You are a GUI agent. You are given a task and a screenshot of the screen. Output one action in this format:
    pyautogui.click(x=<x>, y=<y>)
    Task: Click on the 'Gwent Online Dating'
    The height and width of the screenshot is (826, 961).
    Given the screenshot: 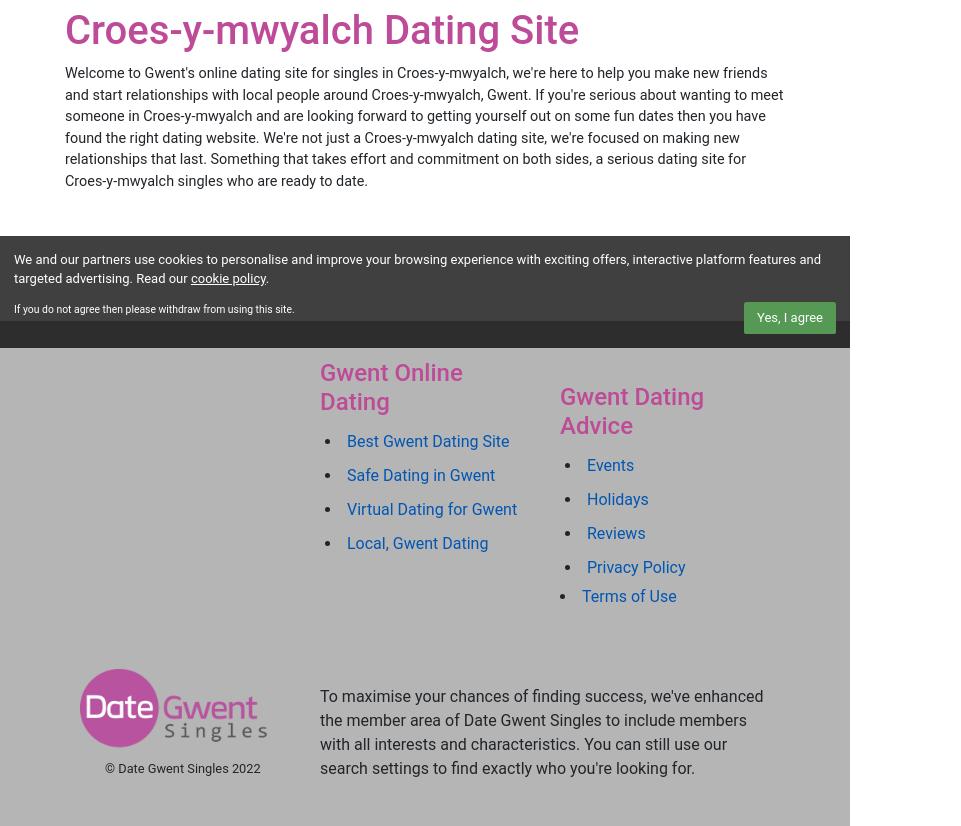 What is the action you would take?
    pyautogui.click(x=391, y=386)
    